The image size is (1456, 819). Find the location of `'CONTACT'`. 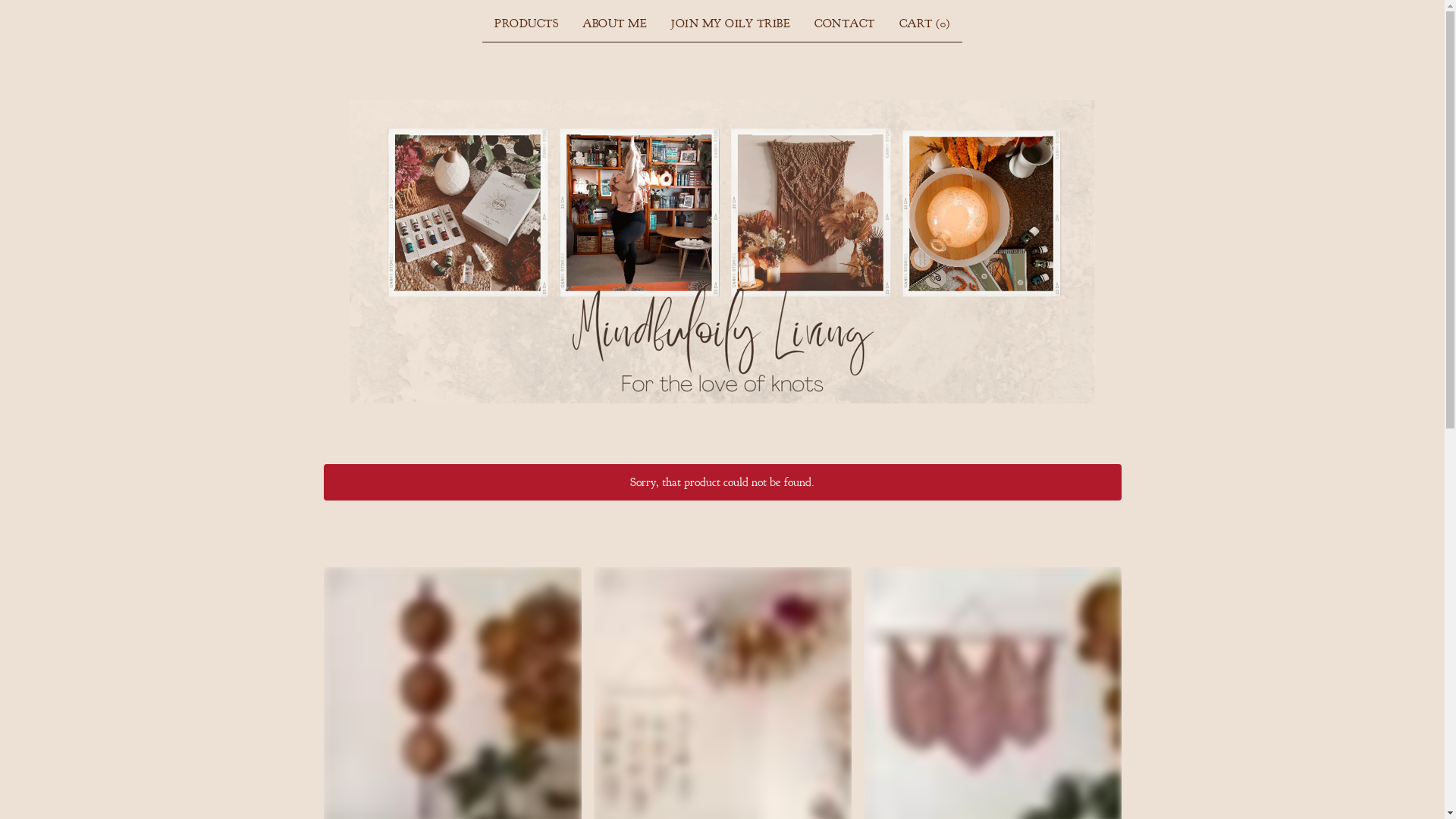

'CONTACT' is located at coordinates (807, 24).